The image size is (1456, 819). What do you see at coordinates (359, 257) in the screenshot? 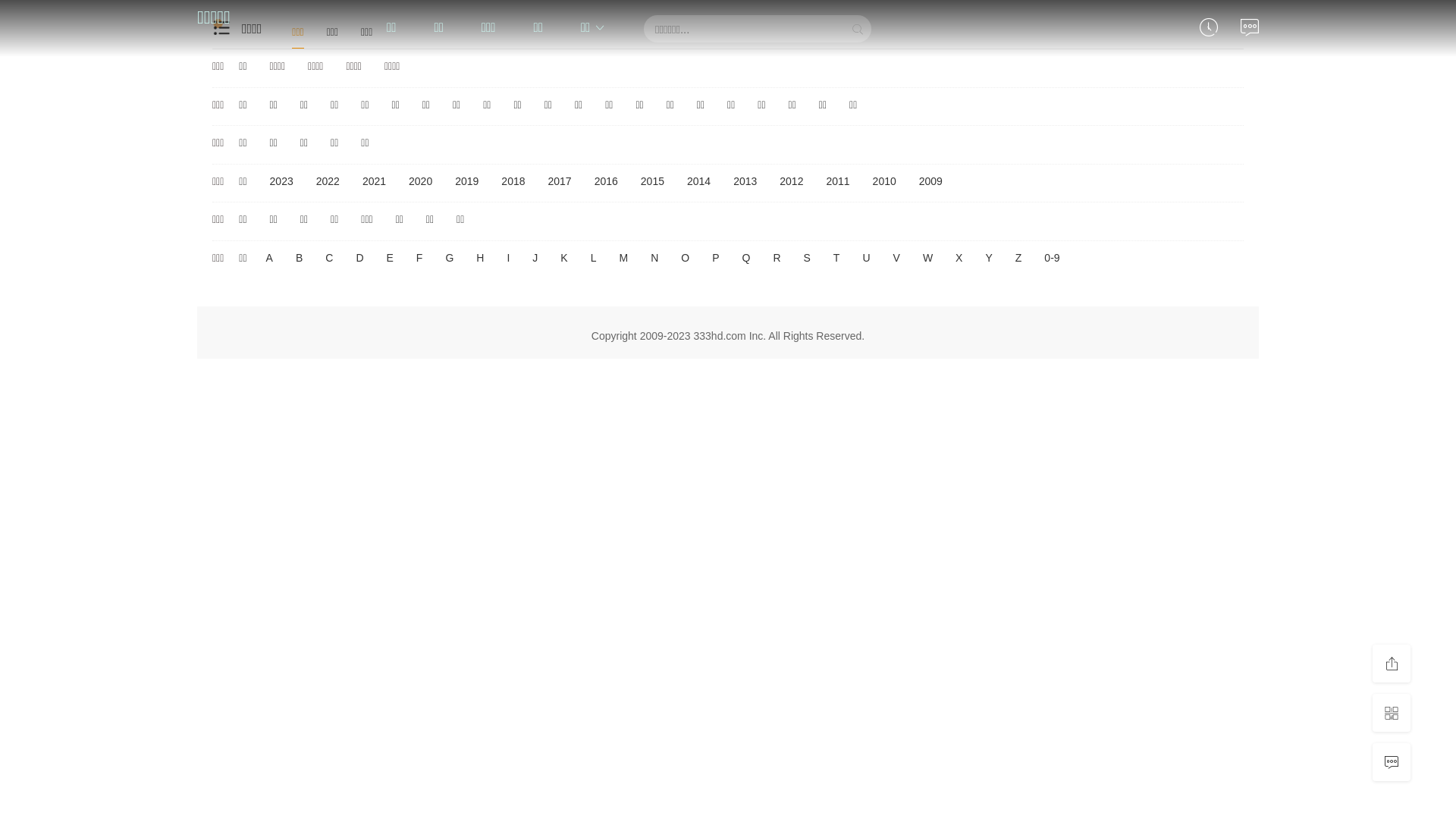
I see `'D'` at bounding box center [359, 257].